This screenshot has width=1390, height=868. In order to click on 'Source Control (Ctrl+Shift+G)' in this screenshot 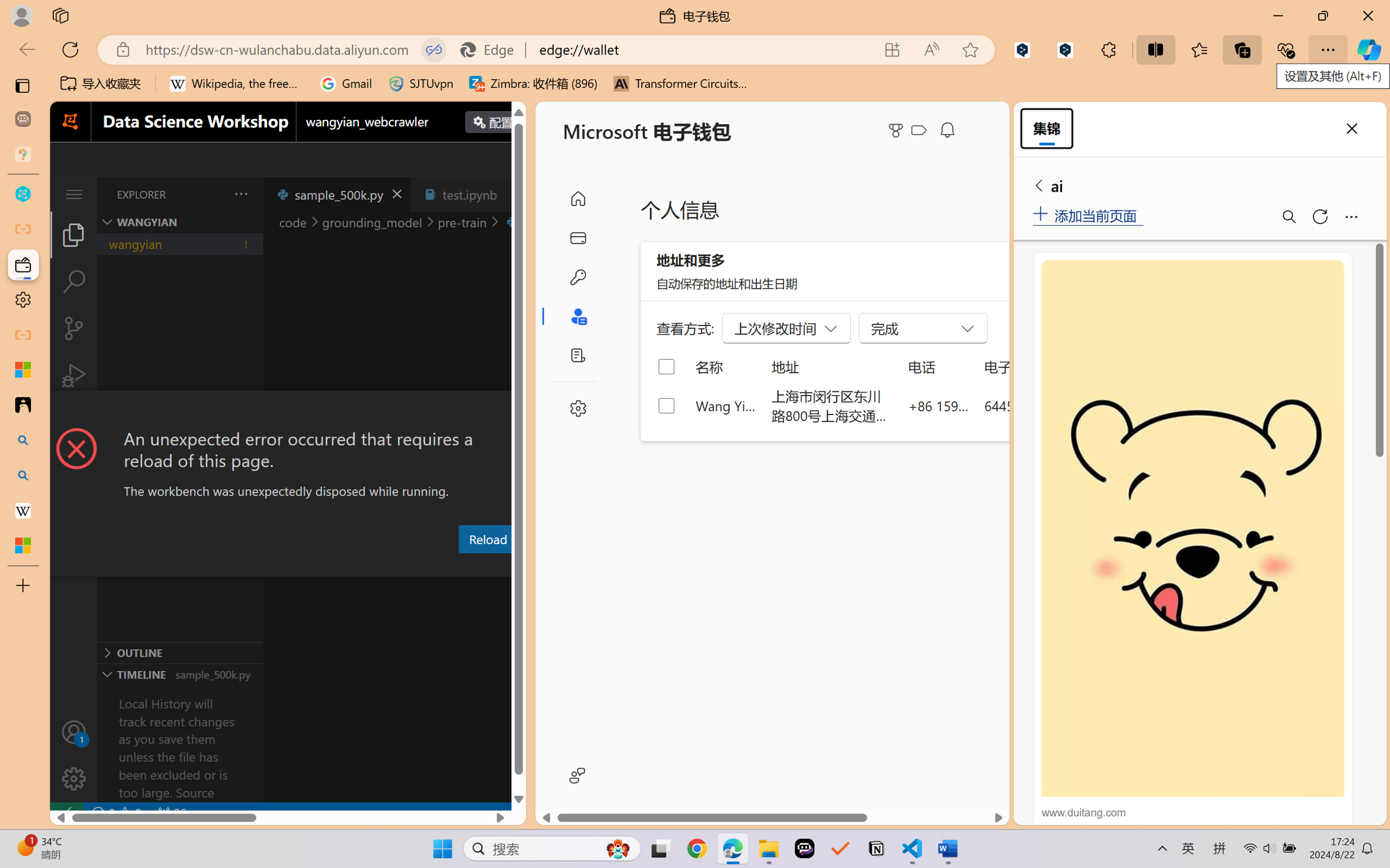, I will do `click(73, 328)`.